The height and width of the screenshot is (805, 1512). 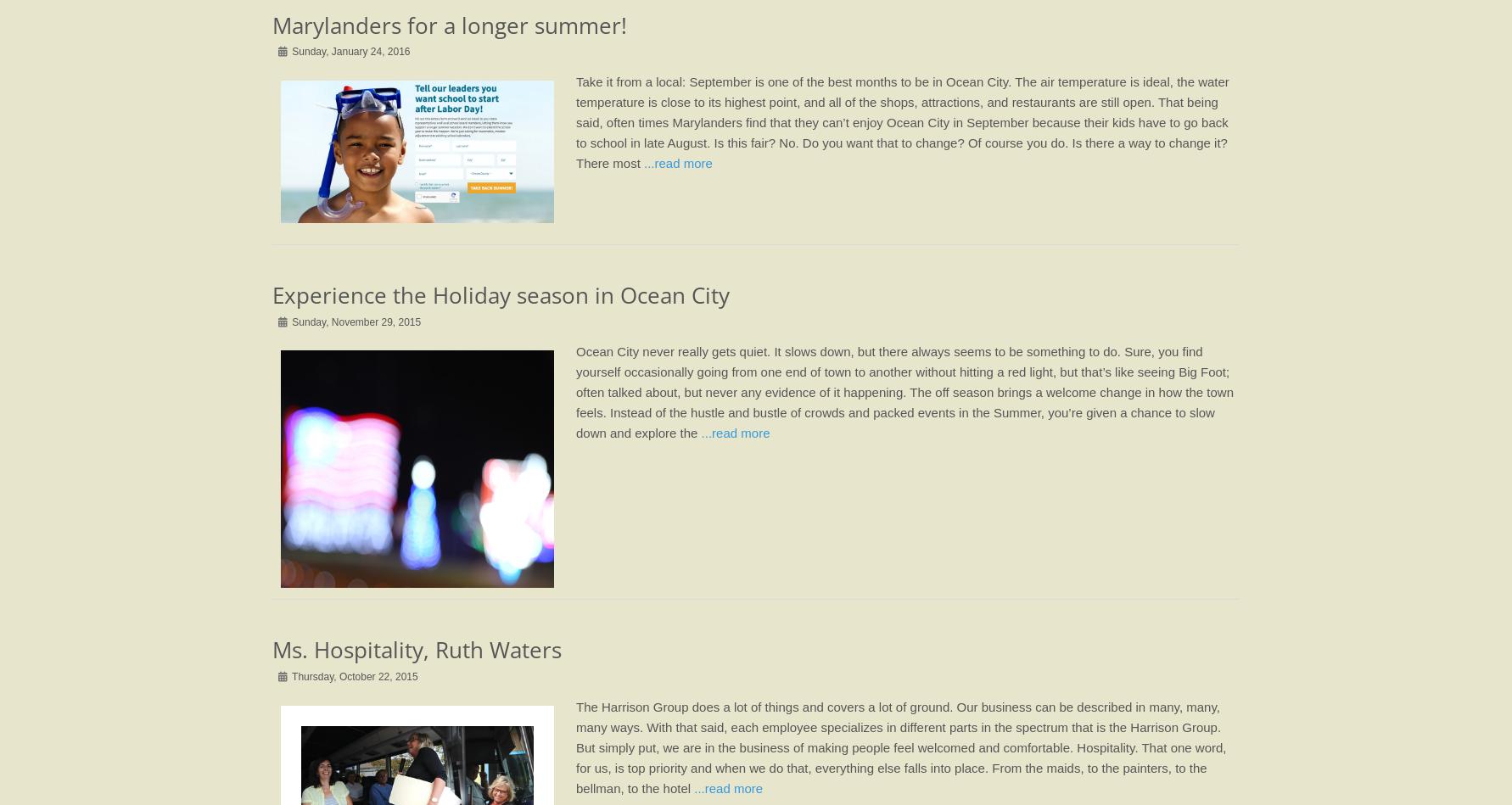 What do you see at coordinates (288, 321) in the screenshot?
I see `'Sunday, November 29, 2015'` at bounding box center [288, 321].